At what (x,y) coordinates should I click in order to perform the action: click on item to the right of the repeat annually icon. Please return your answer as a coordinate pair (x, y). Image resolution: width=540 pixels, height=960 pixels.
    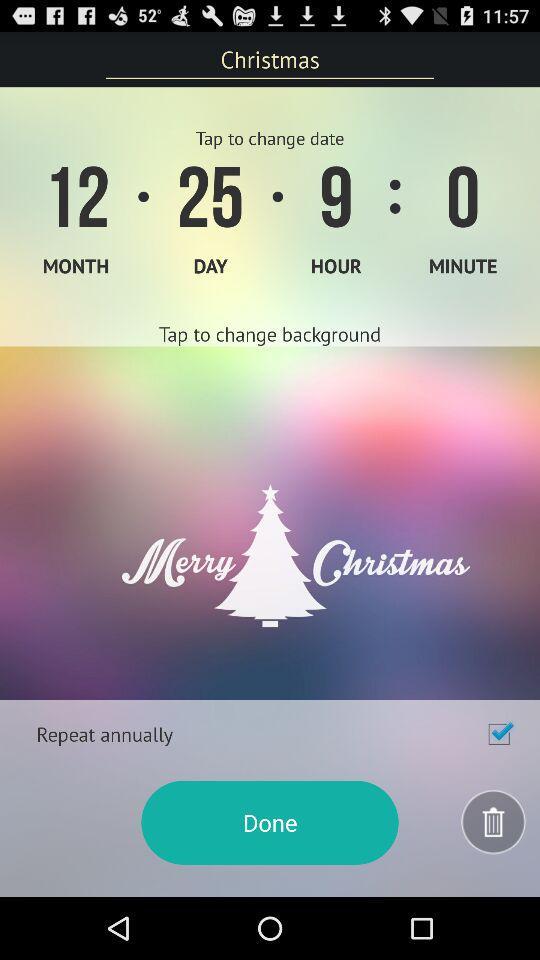
    Looking at the image, I should click on (498, 733).